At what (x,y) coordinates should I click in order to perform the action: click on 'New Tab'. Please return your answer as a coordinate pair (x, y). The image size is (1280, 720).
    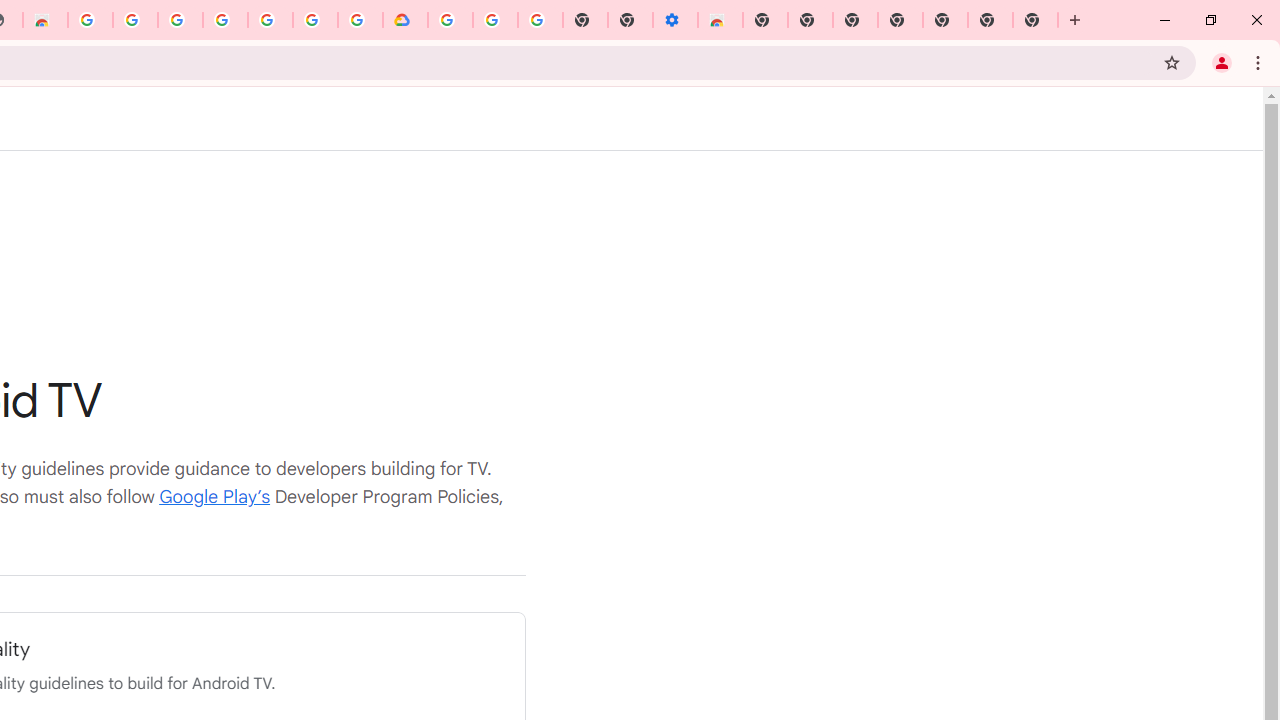
    Looking at the image, I should click on (1035, 20).